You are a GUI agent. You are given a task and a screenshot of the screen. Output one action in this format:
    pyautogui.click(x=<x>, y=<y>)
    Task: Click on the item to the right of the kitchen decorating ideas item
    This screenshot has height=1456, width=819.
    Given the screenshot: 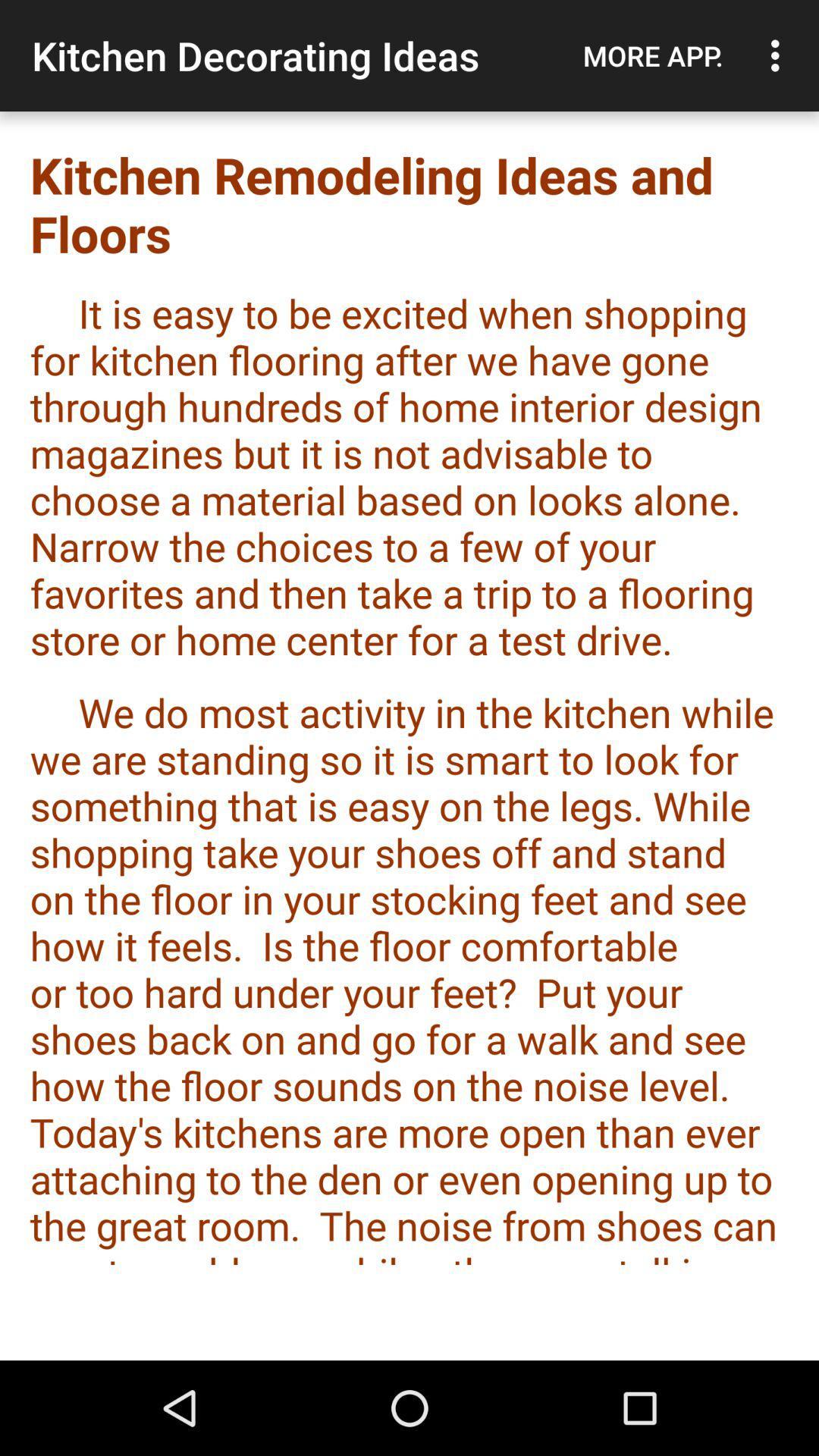 What is the action you would take?
    pyautogui.click(x=652, y=55)
    